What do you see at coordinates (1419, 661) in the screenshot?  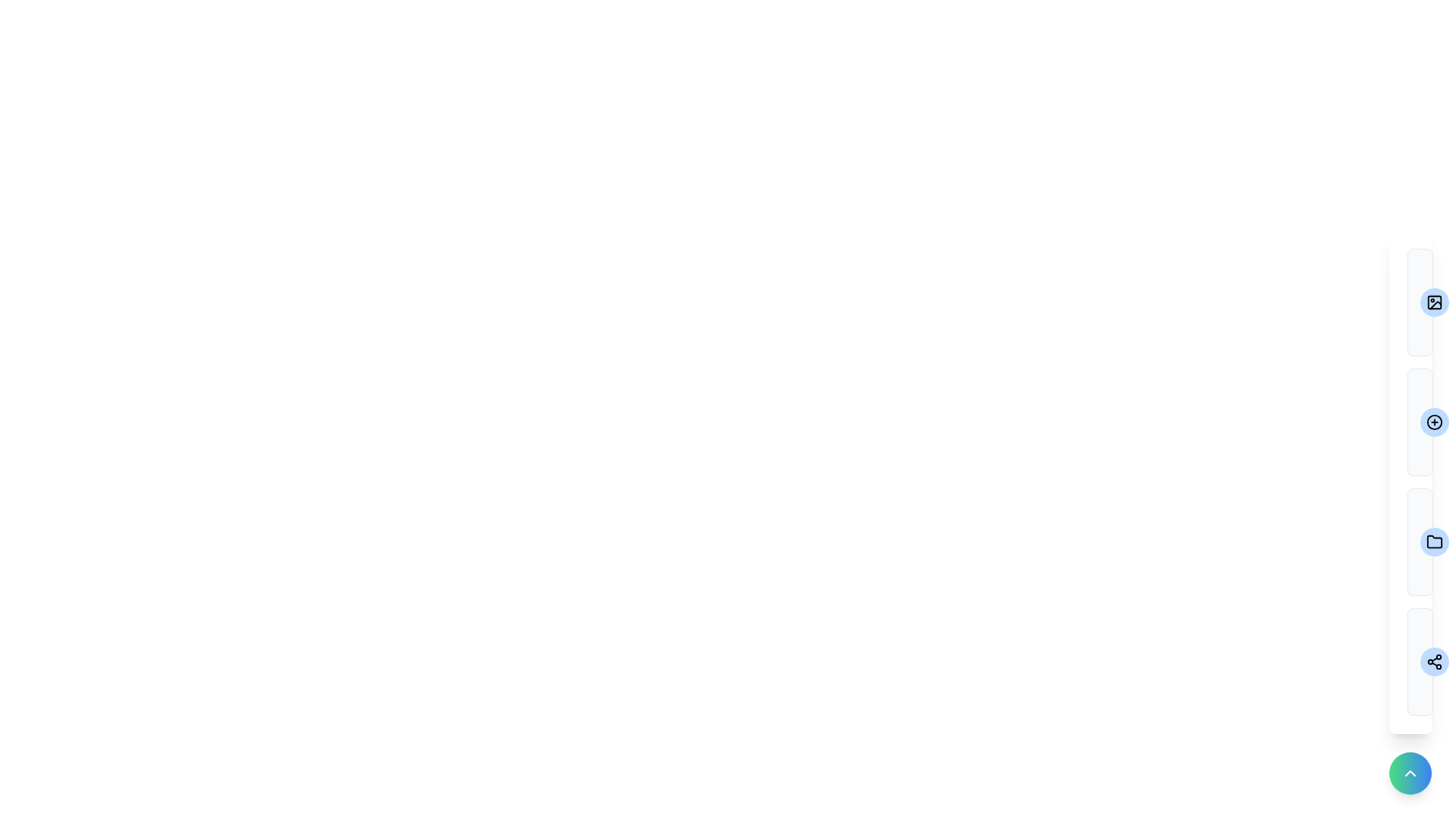 I see `the menu item labeled Share Album to preview its description` at bounding box center [1419, 661].